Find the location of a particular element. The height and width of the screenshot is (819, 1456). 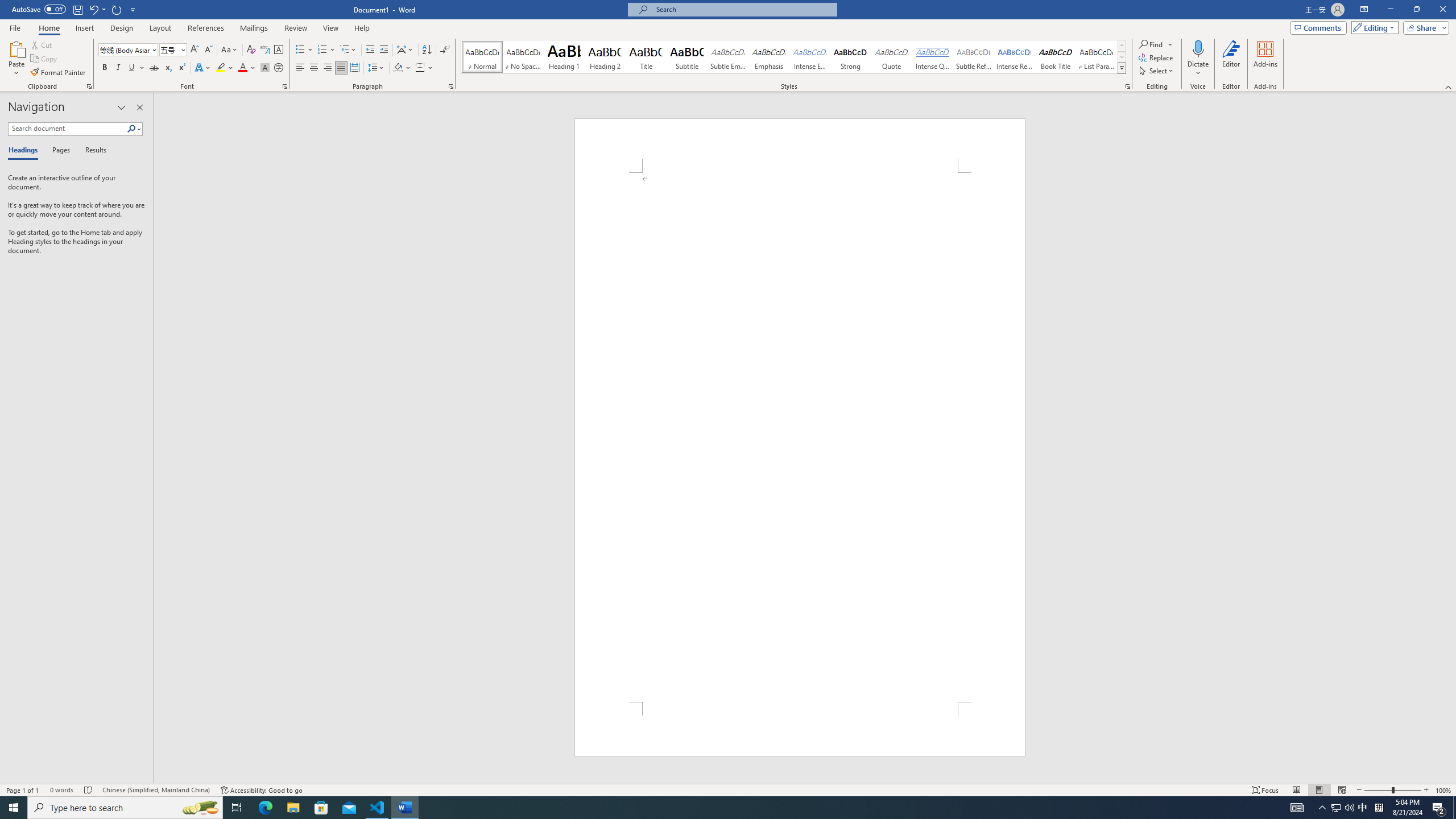

'Quote' is located at coordinates (892, 56).